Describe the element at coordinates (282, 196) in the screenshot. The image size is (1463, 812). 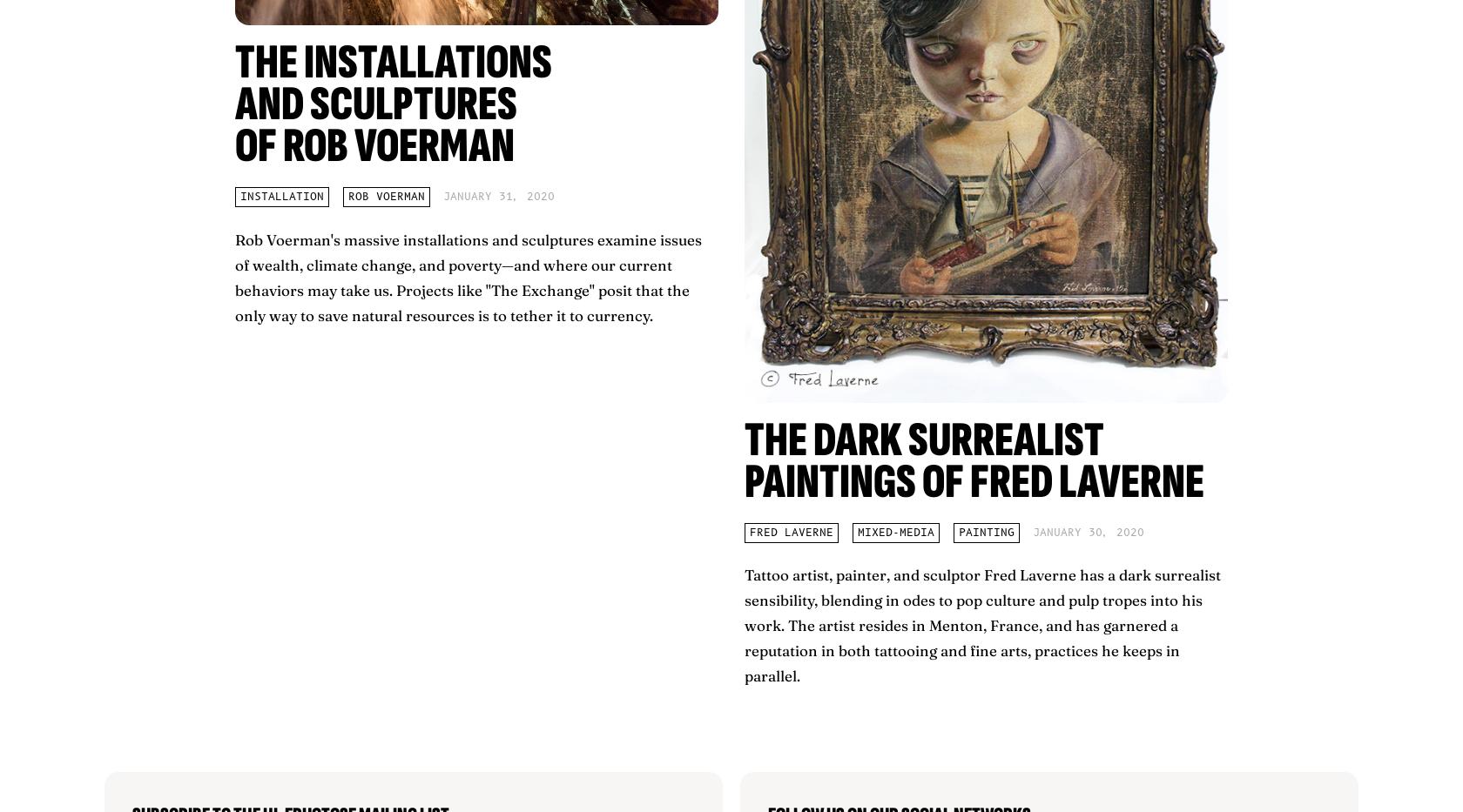
I see `'installation'` at that location.